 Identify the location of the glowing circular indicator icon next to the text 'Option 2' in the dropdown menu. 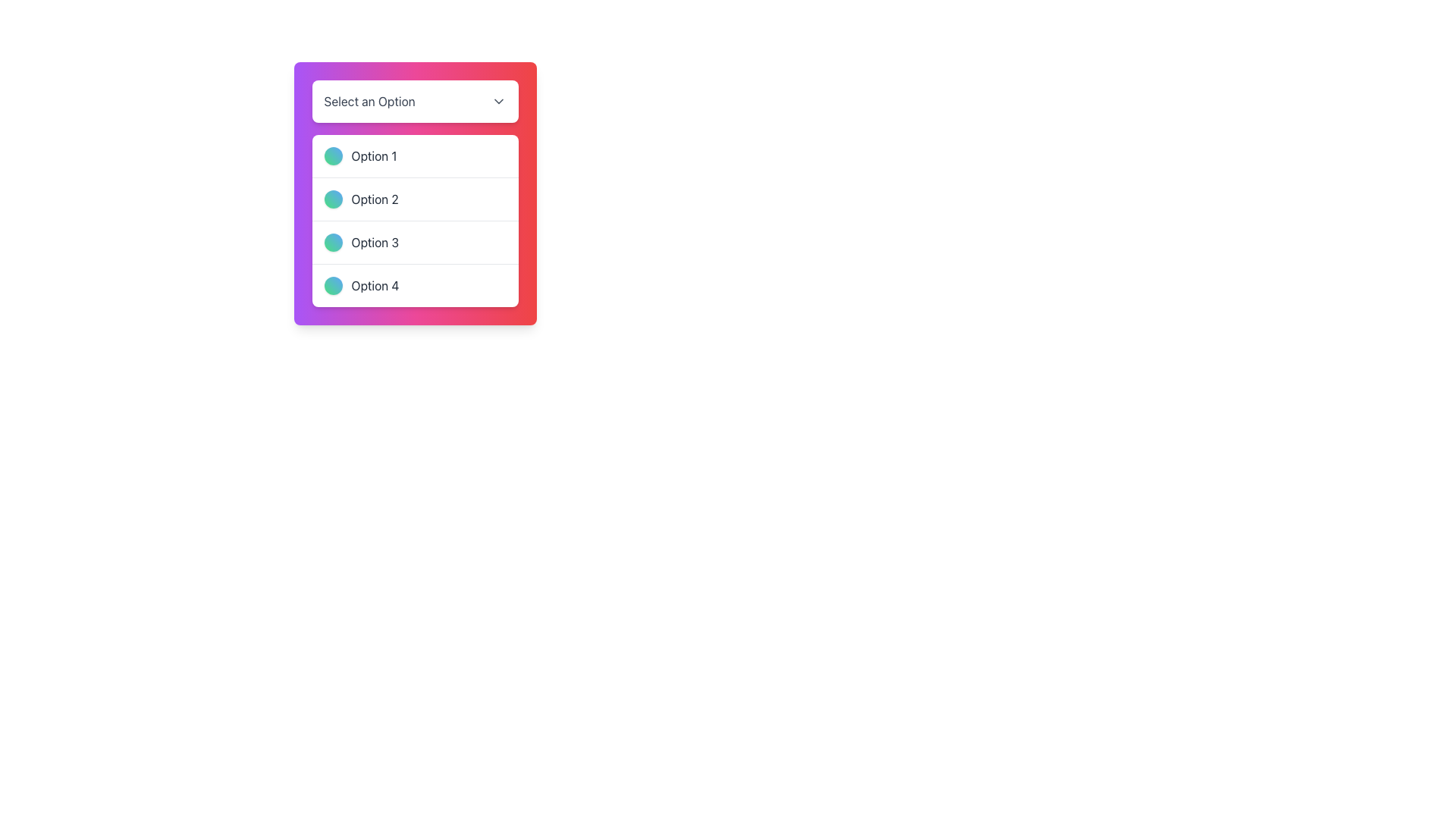
(332, 198).